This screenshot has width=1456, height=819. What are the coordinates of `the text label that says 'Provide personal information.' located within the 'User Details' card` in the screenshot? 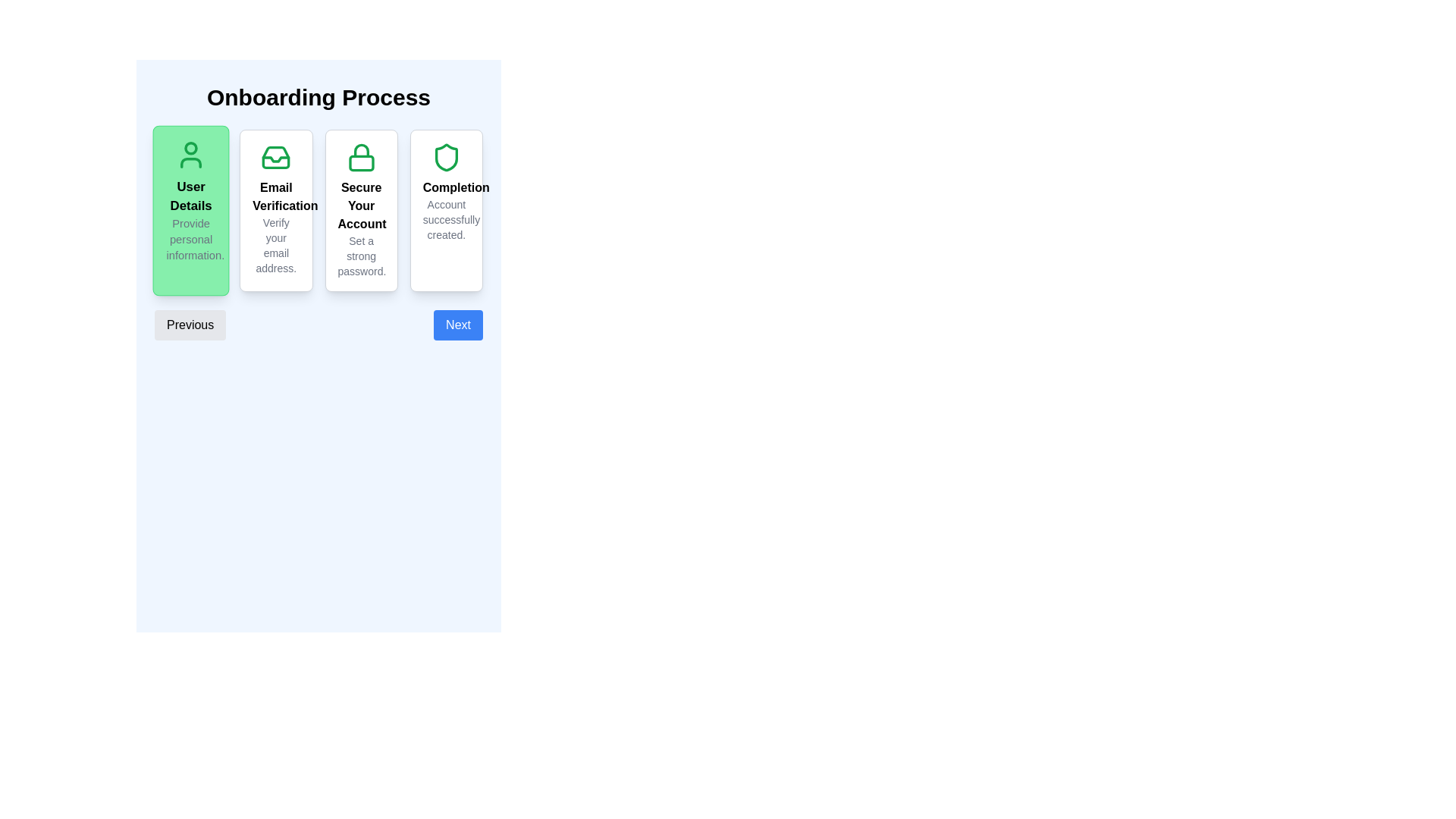 It's located at (190, 239).